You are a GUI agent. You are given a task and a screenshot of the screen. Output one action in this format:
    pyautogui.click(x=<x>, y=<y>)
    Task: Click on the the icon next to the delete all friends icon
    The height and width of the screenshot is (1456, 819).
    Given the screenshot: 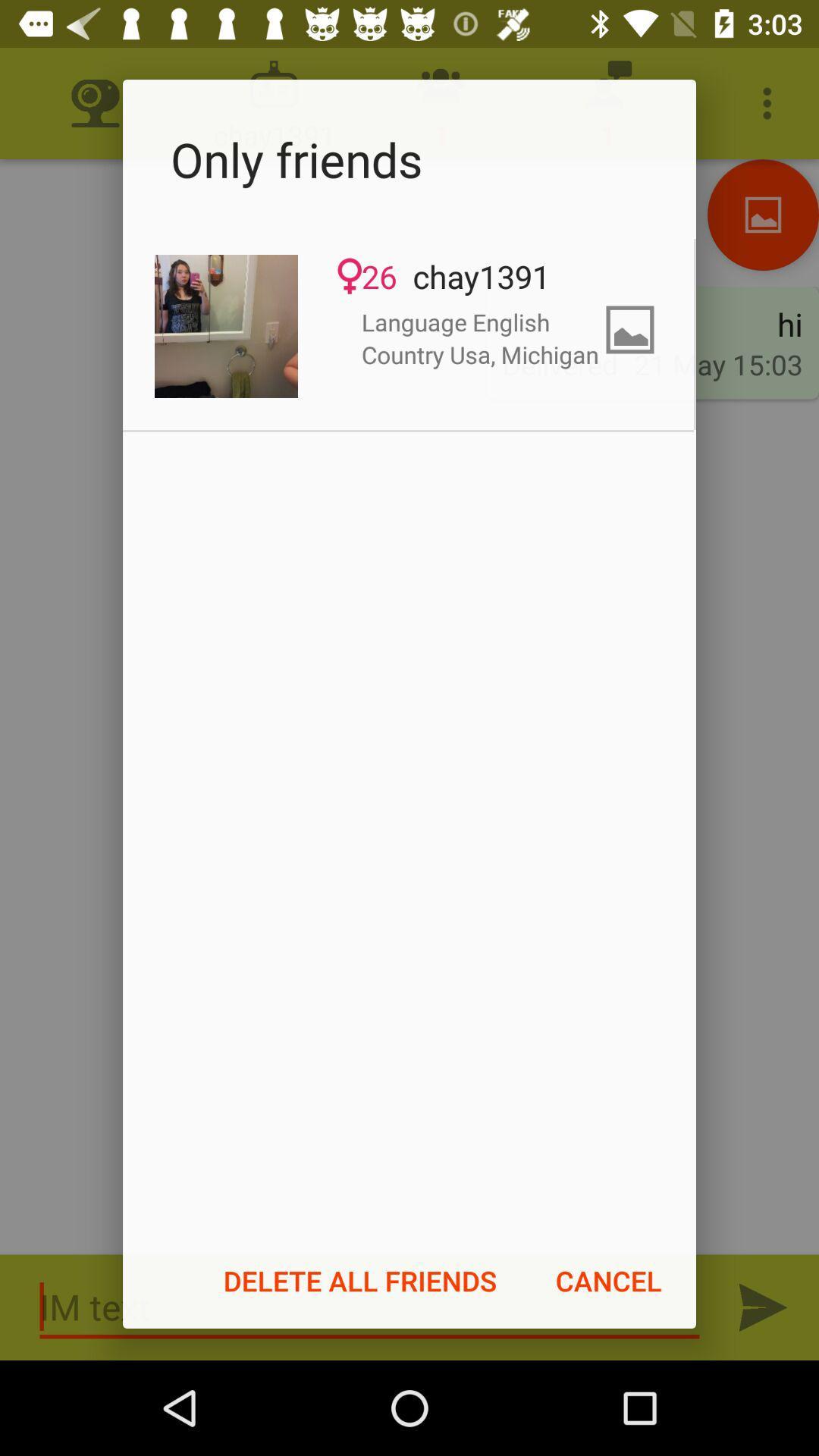 What is the action you would take?
    pyautogui.click(x=607, y=1280)
    